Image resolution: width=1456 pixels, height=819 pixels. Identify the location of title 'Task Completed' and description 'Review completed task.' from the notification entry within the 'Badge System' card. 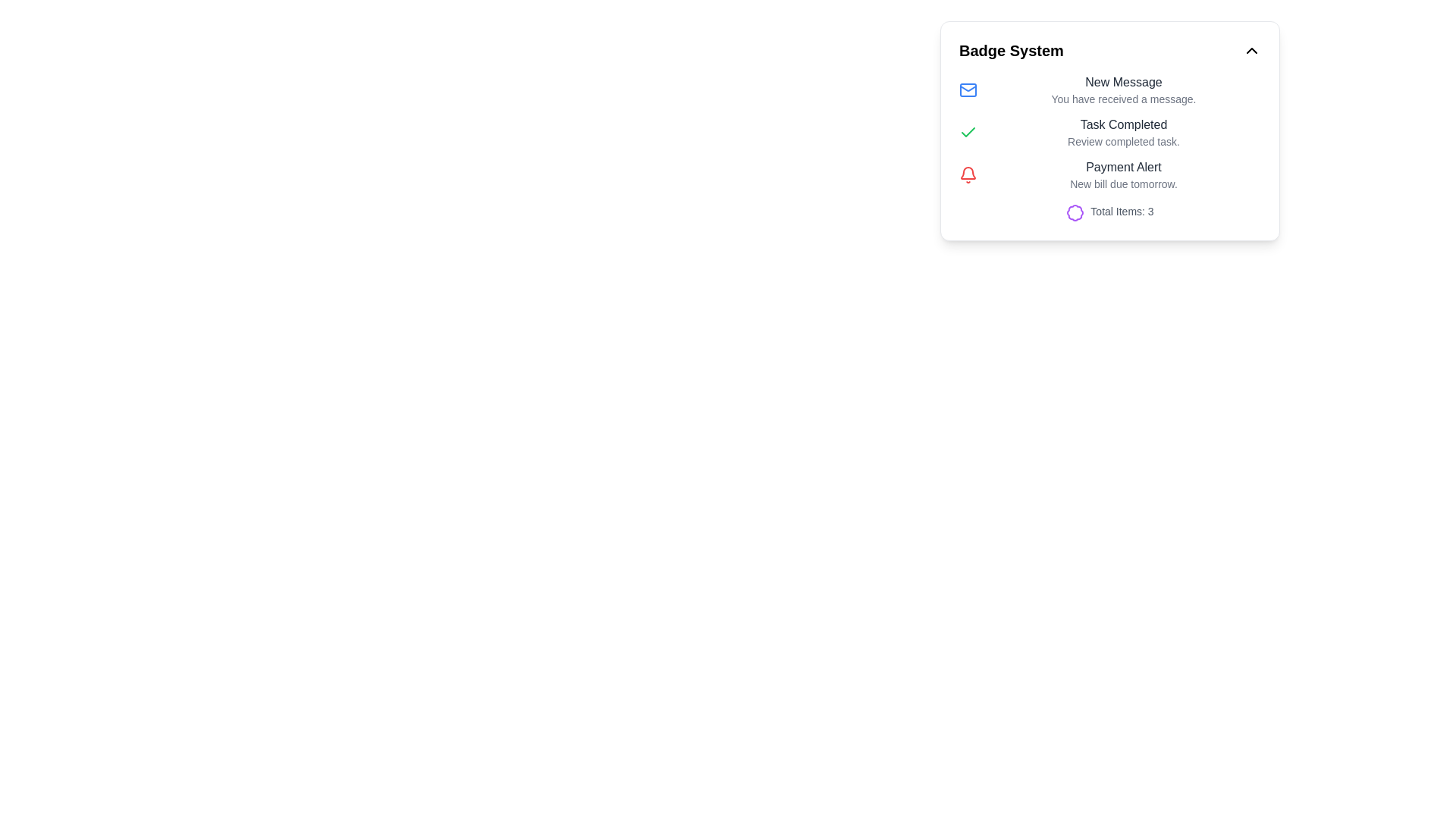
(1124, 131).